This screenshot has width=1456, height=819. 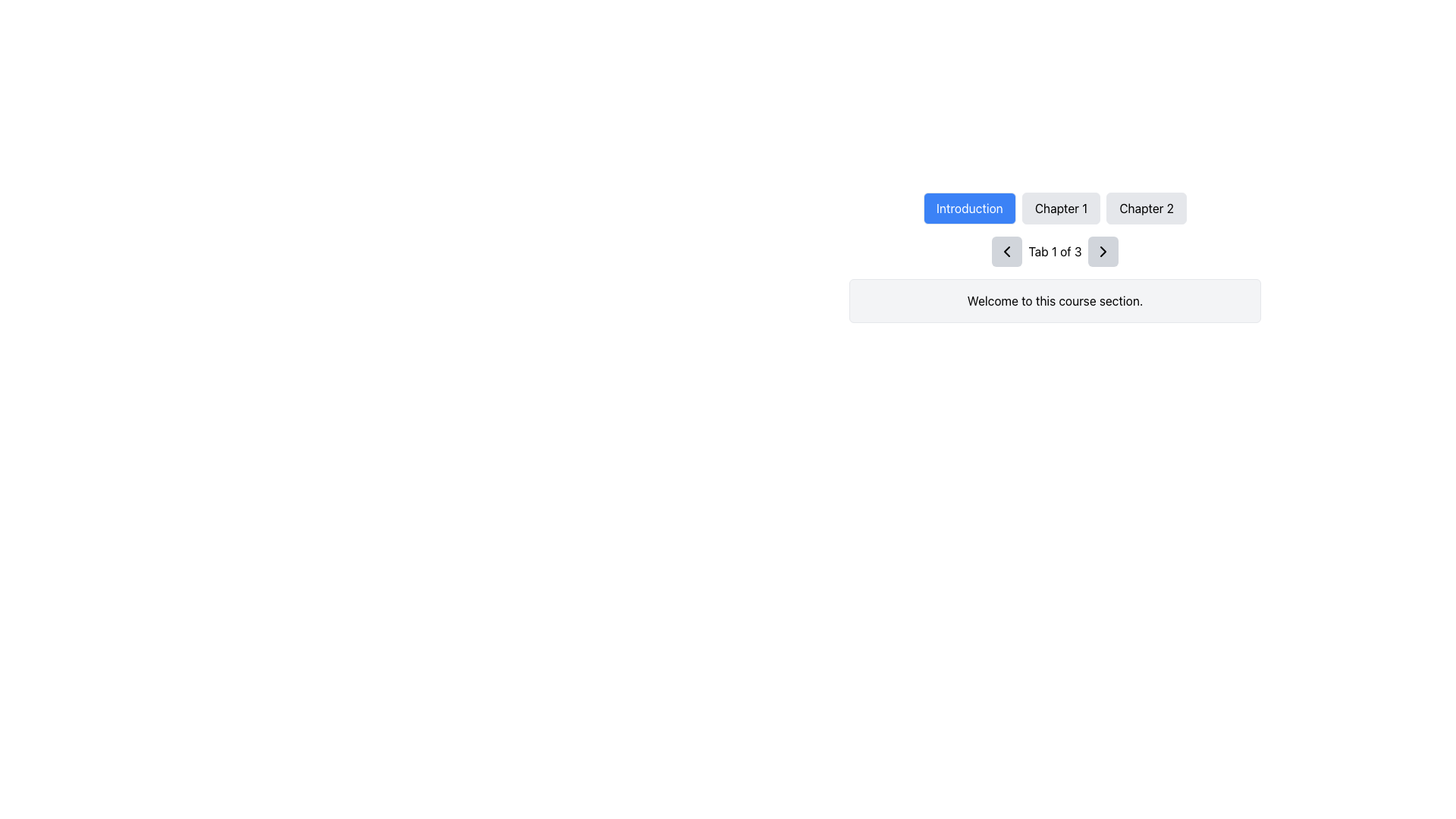 What do you see at coordinates (1103, 250) in the screenshot?
I see `the navigation button located to the right of the text 'Tab 1 of 3'` at bounding box center [1103, 250].